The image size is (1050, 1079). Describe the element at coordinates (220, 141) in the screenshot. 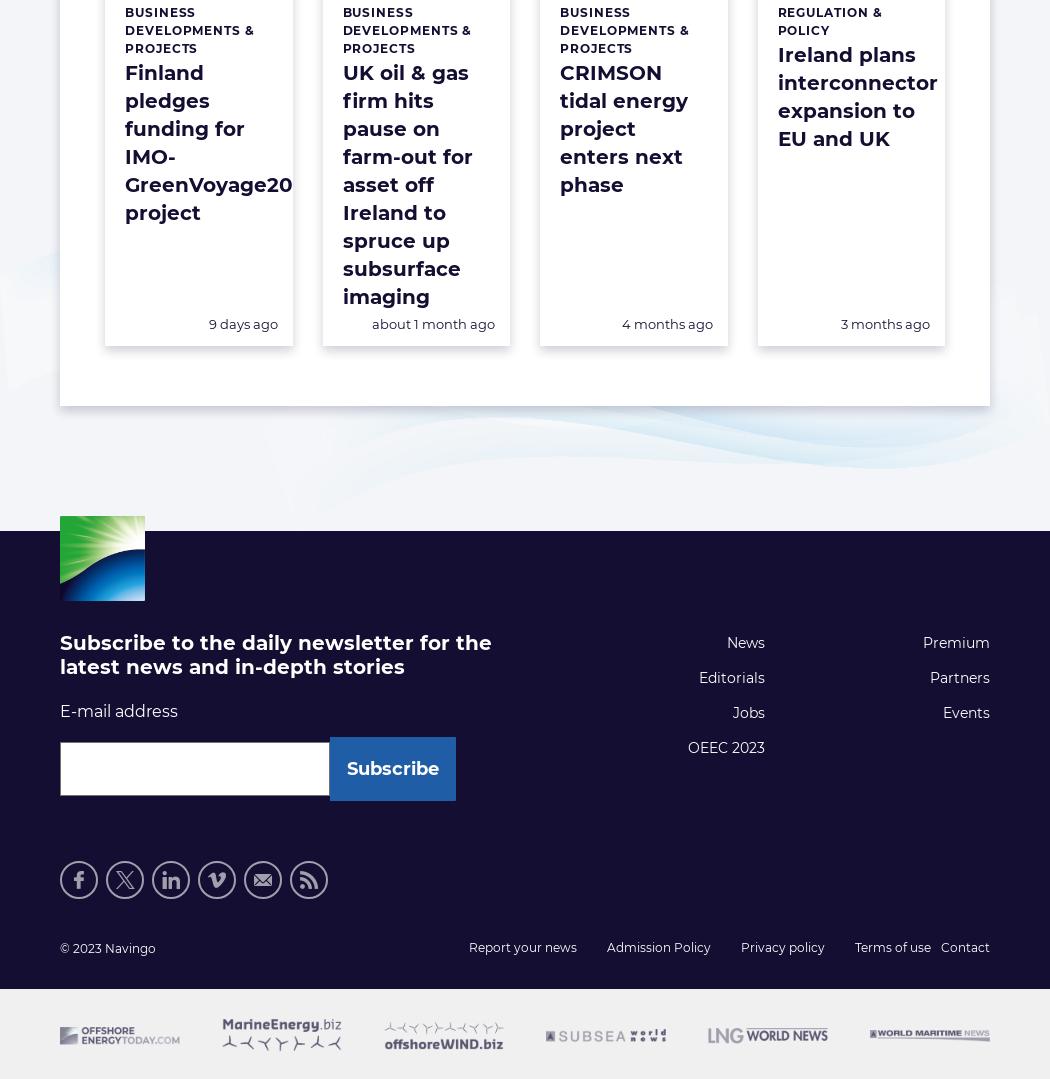

I see `'Finland pledges funding for IMO-GreenVoyage2050 project'` at that location.